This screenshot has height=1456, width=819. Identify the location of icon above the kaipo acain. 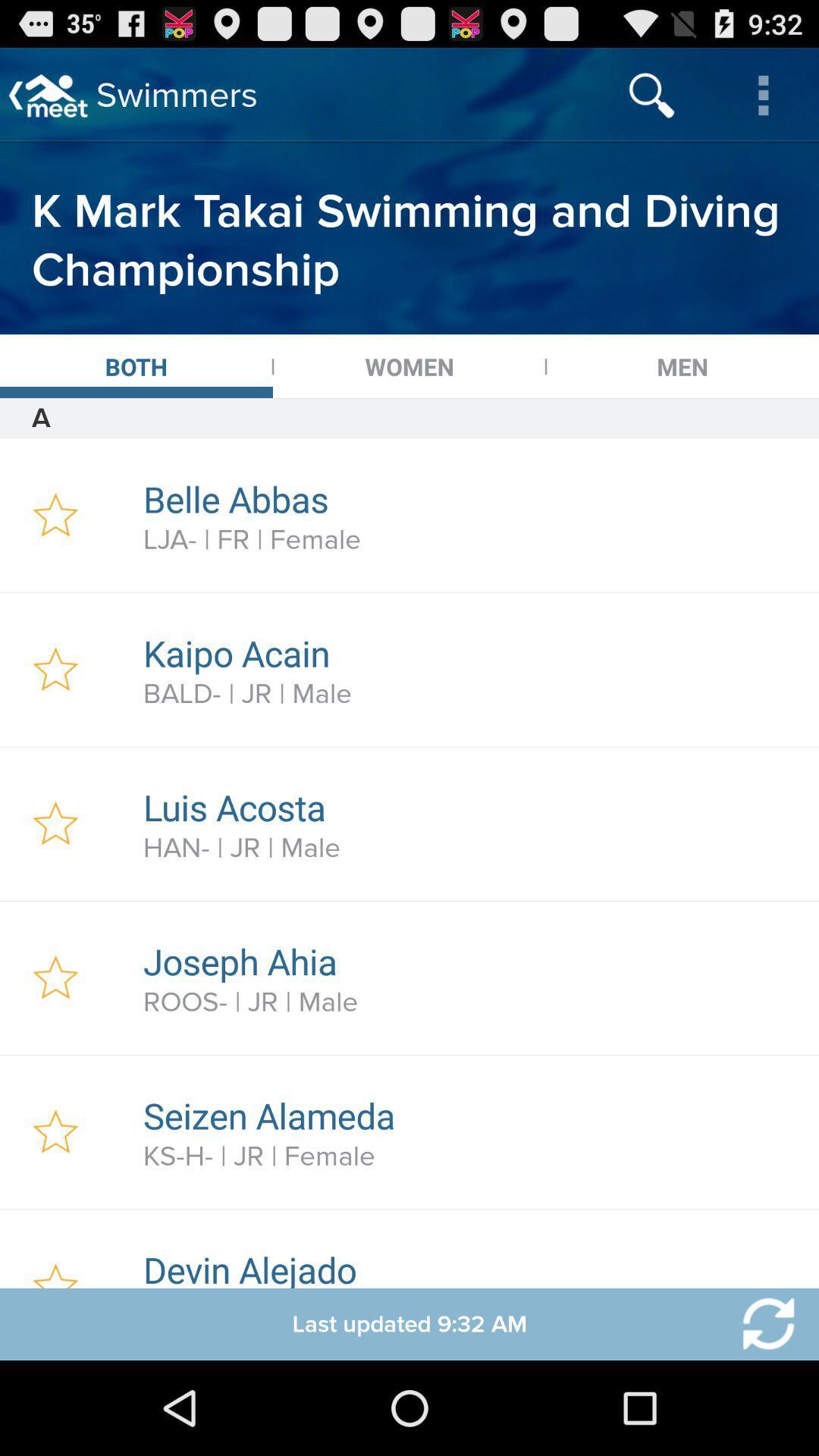
(472, 540).